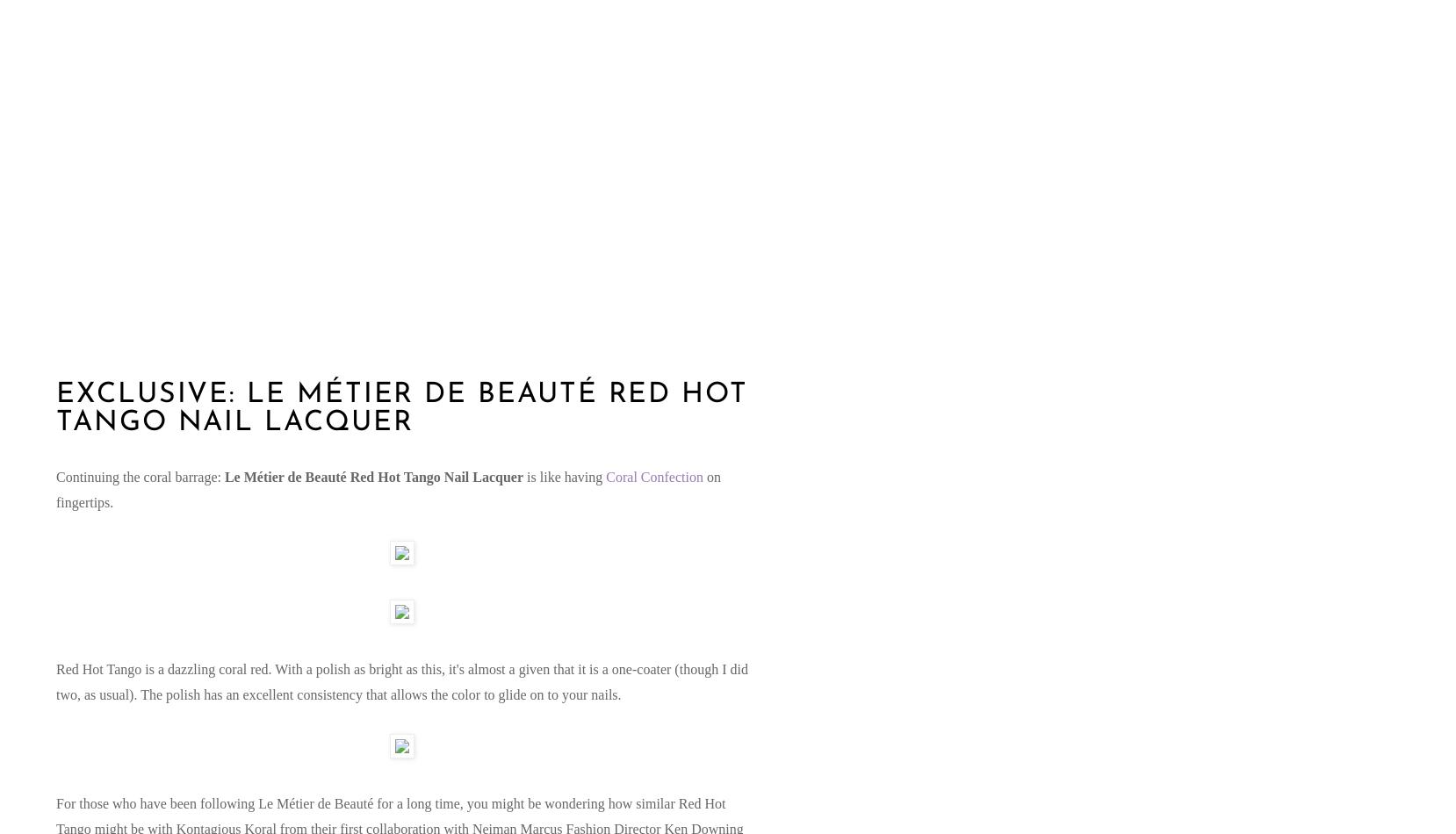 Image resolution: width=1456 pixels, height=834 pixels. I want to click on 'About', so click(61, 181).